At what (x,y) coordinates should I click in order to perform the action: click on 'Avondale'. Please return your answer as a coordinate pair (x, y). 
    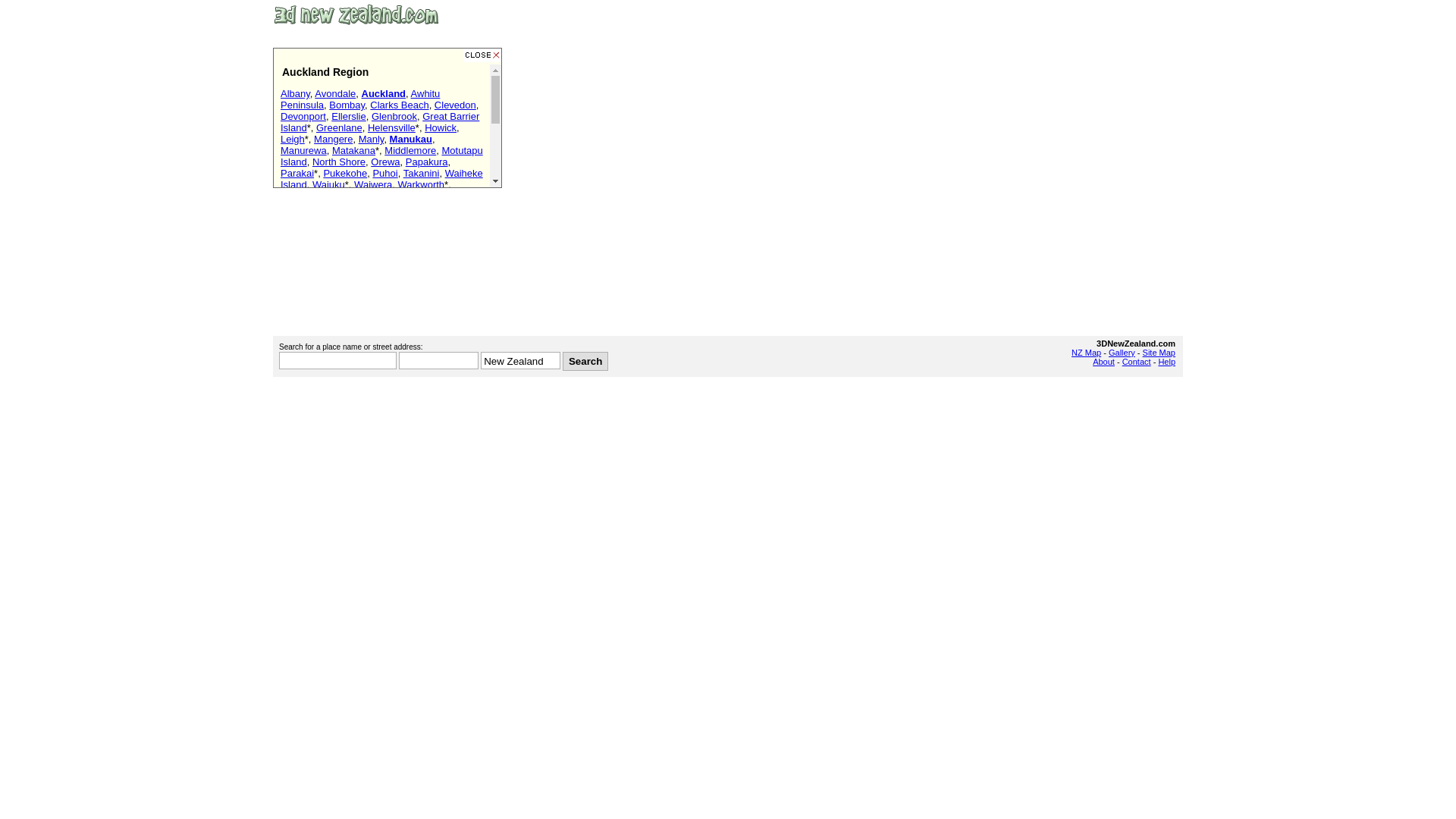
    Looking at the image, I should click on (334, 93).